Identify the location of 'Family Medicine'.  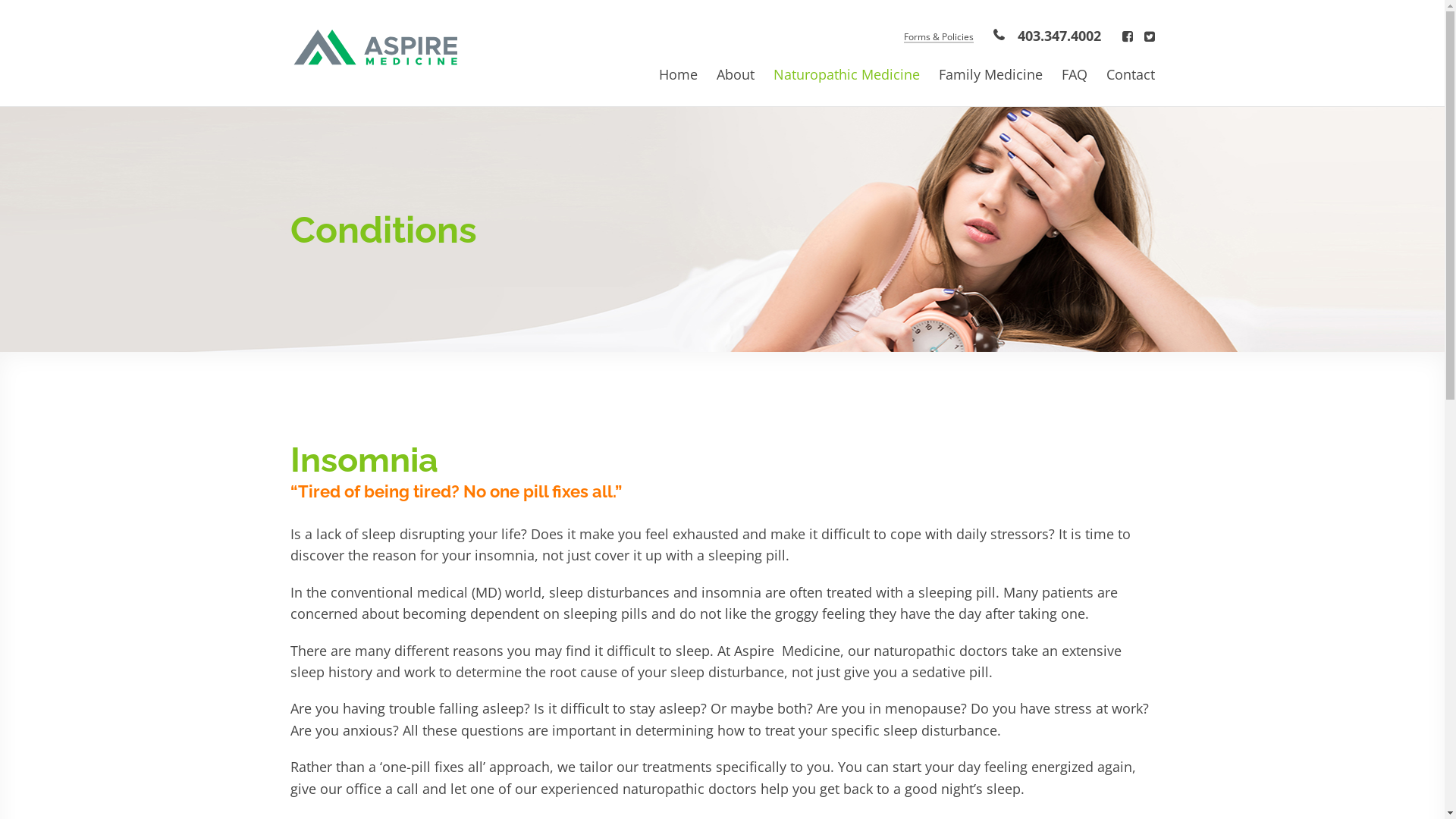
(990, 74).